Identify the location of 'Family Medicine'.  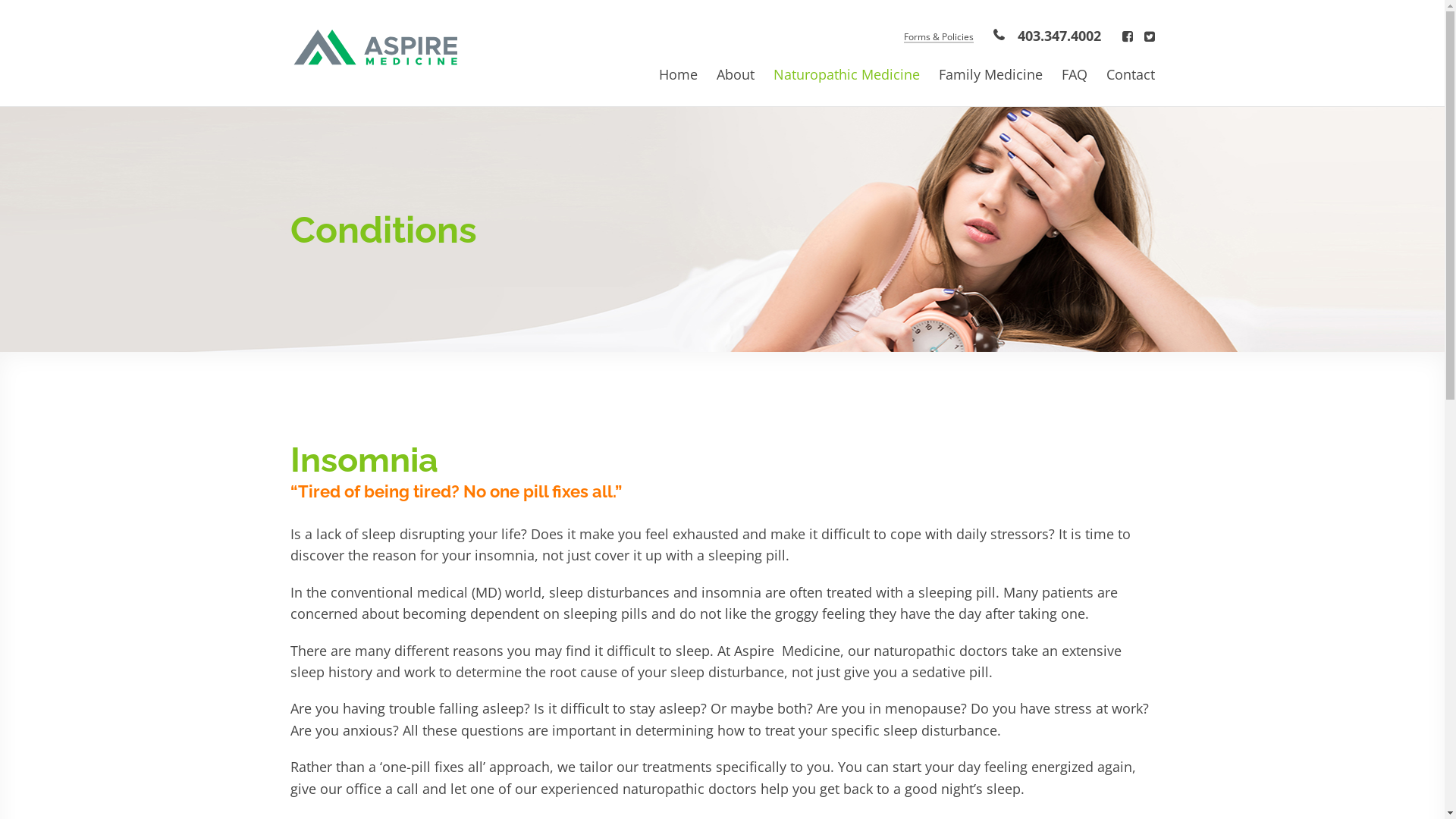
(990, 74).